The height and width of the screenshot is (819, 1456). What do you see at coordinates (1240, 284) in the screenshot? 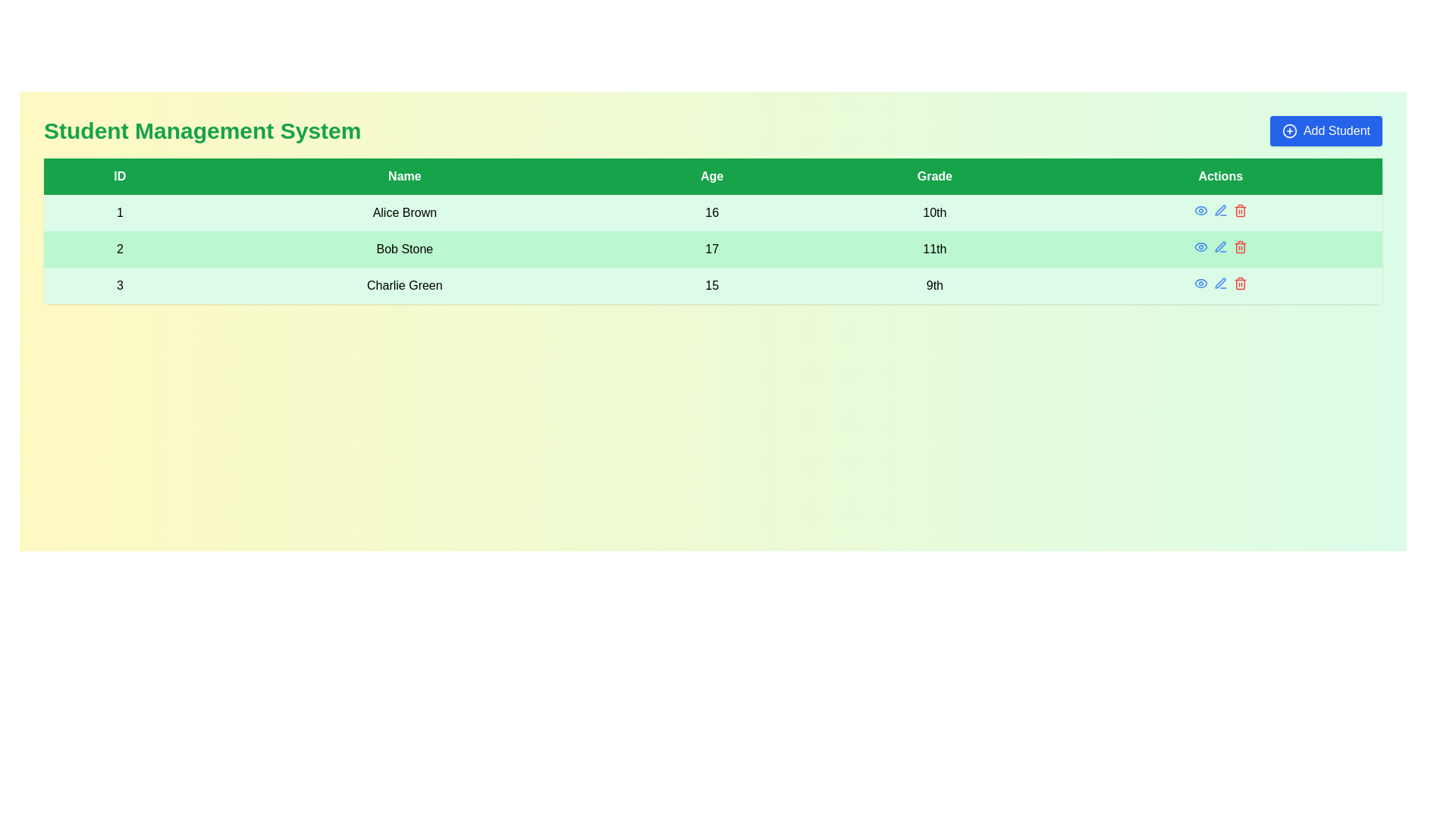
I see `the red trash can icon in the actions column of the third row corresponding to Charlie Green to initiate the delete action` at bounding box center [1240, 284].